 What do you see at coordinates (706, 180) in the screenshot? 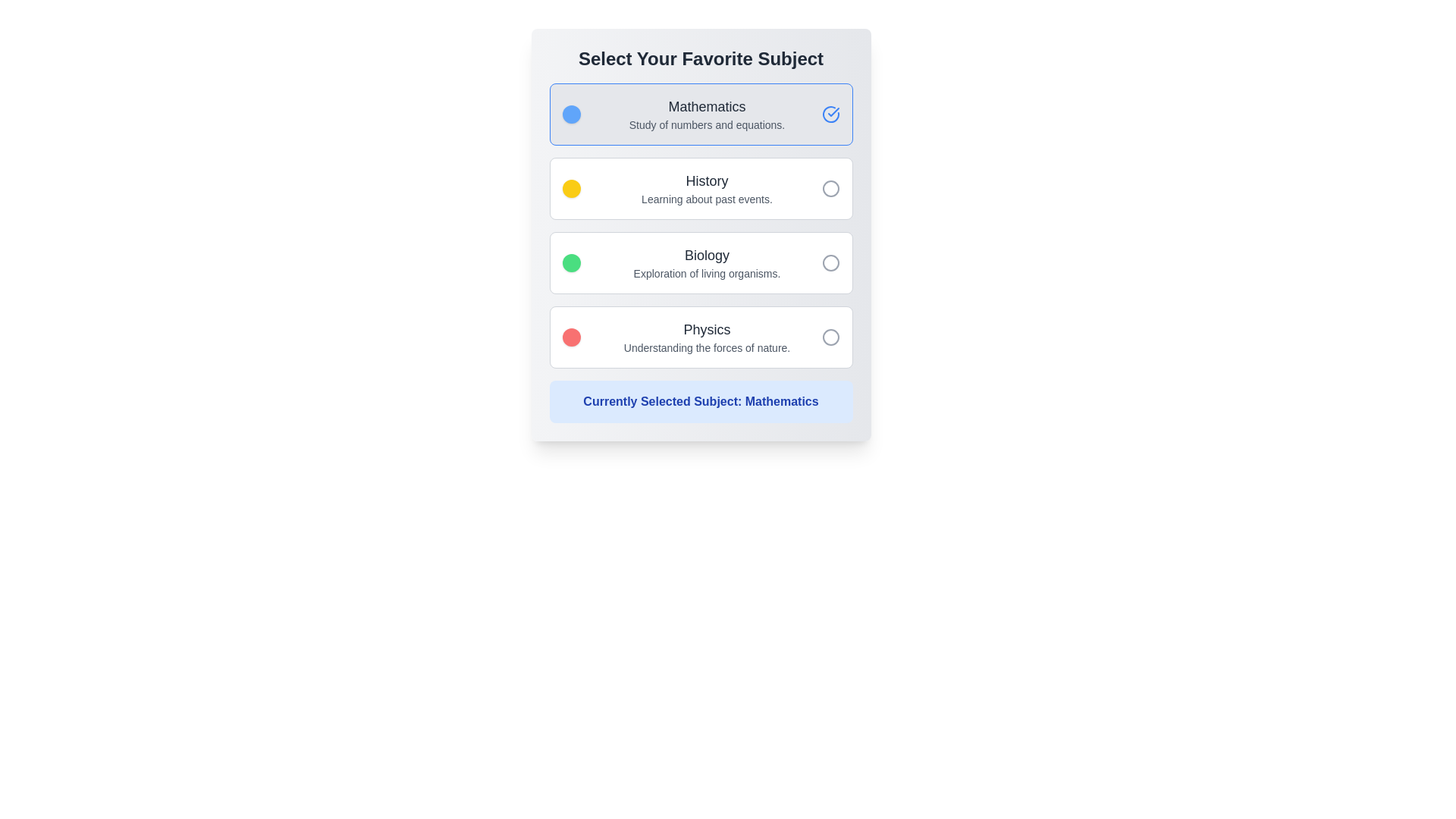
I see `the 'History' text label which serves as the title for the 'History' section in the list of subjects for accessibility` at bounding box center [706, 180].